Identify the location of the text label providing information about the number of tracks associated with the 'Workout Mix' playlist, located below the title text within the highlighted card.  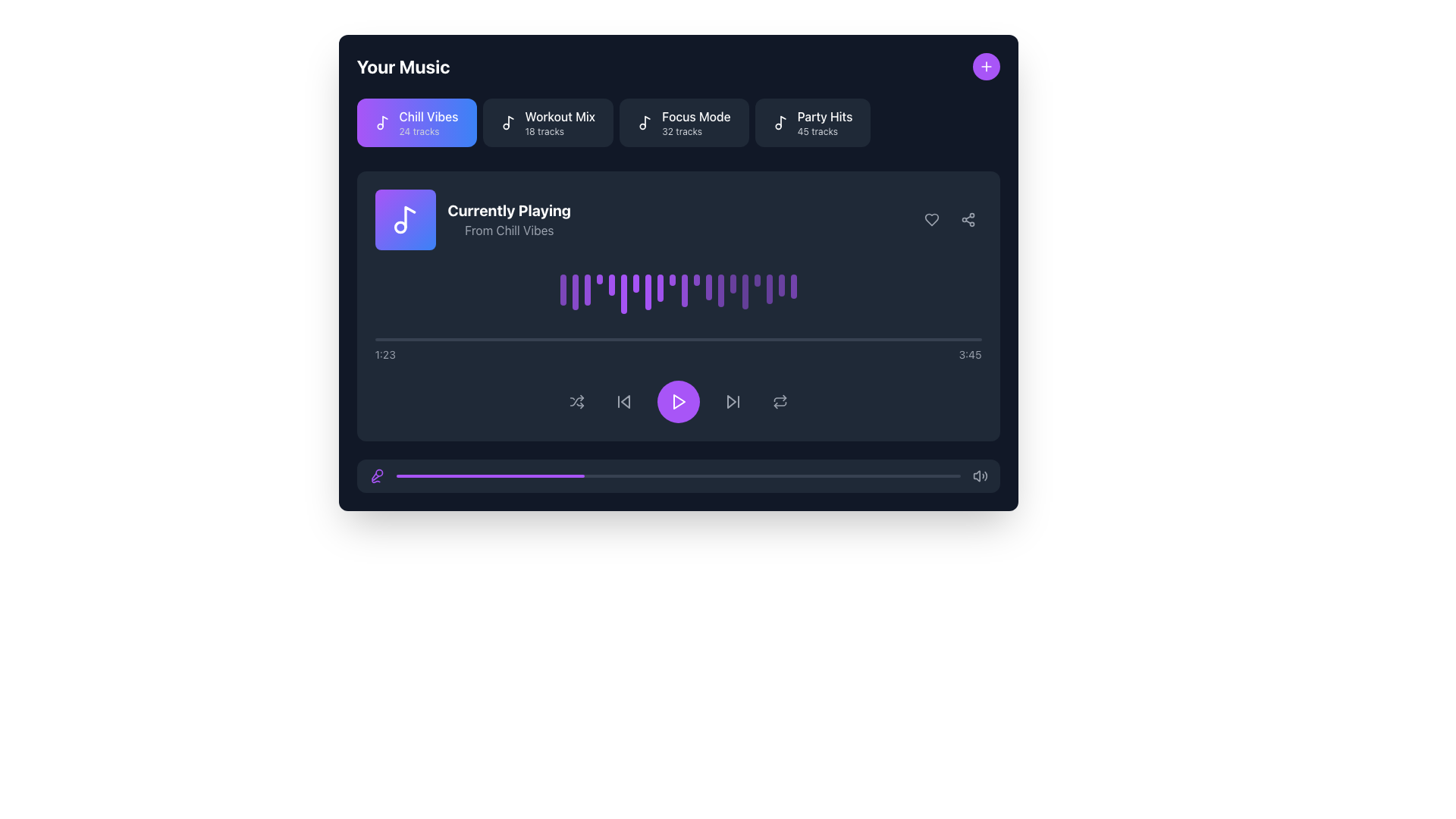
(544, 130).